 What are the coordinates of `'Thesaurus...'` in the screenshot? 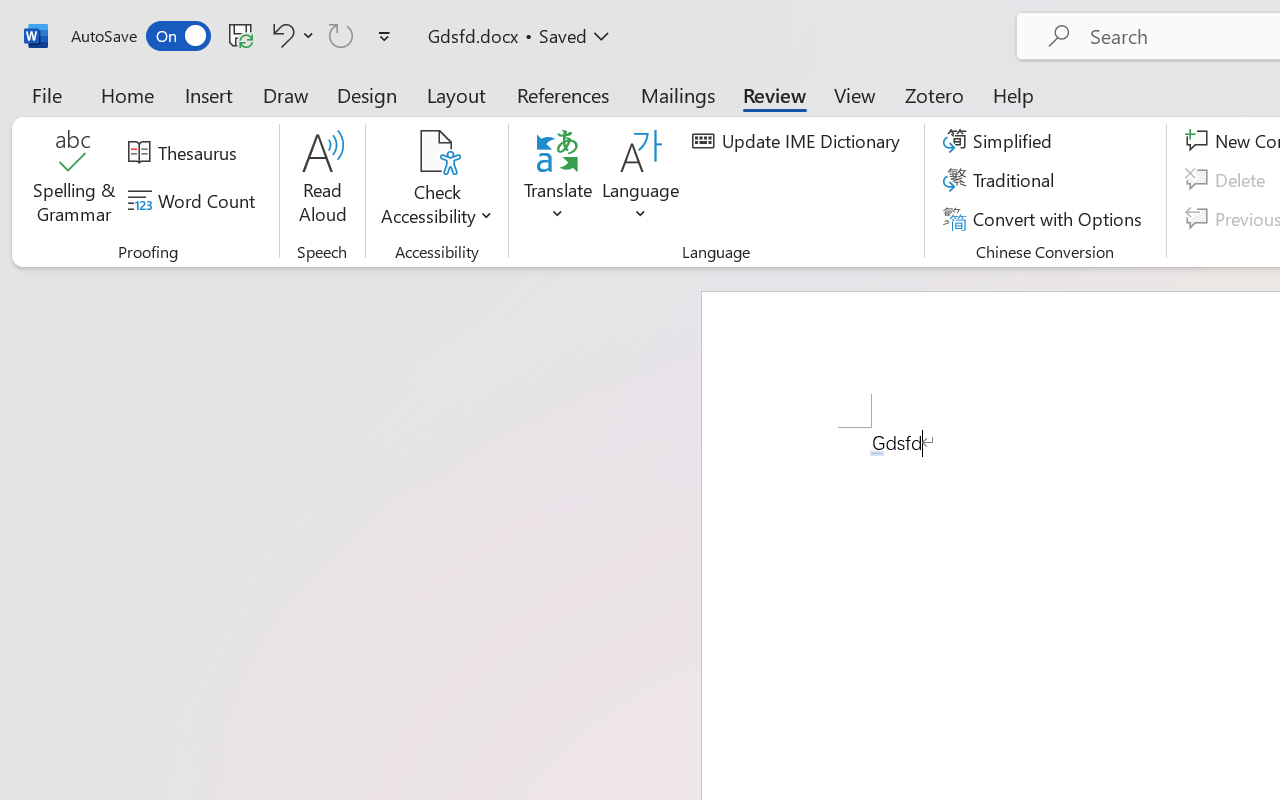 It's located at (185, 153).